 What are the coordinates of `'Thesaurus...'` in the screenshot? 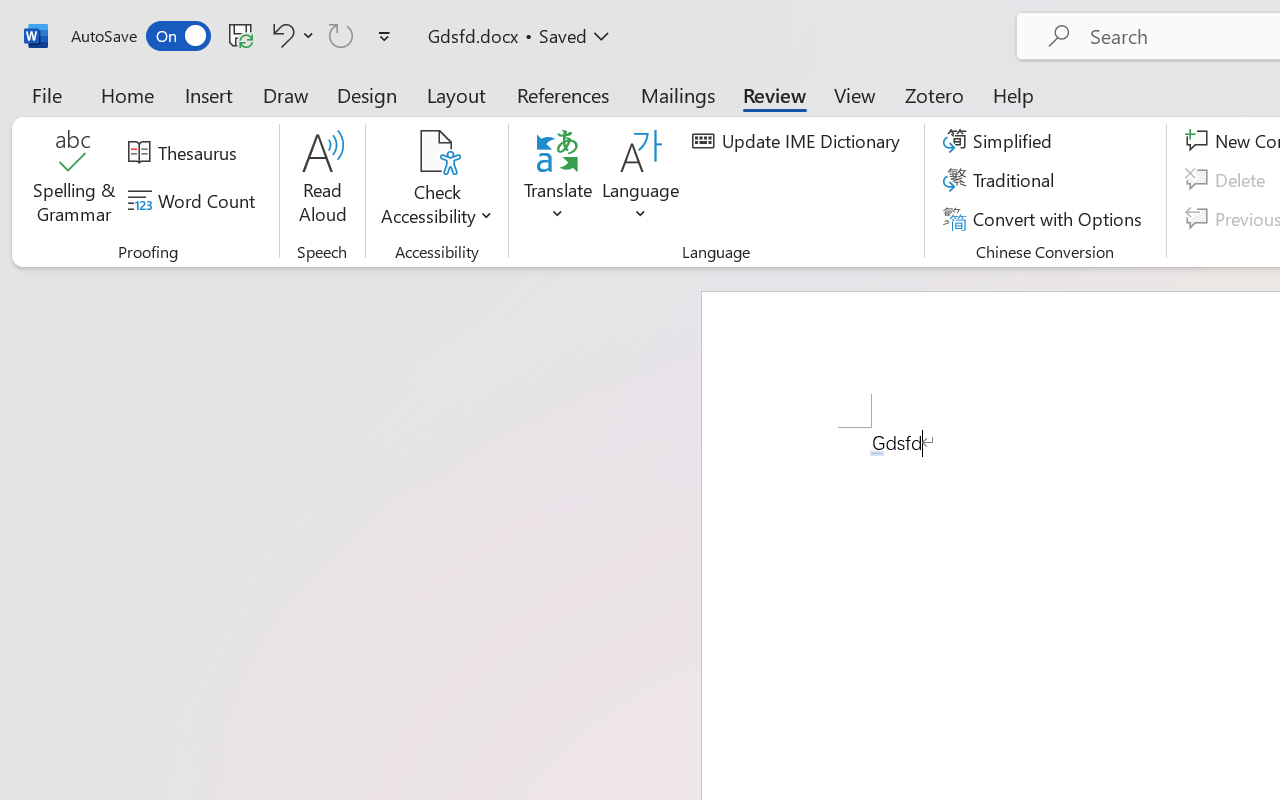 It's located at (185, 153).